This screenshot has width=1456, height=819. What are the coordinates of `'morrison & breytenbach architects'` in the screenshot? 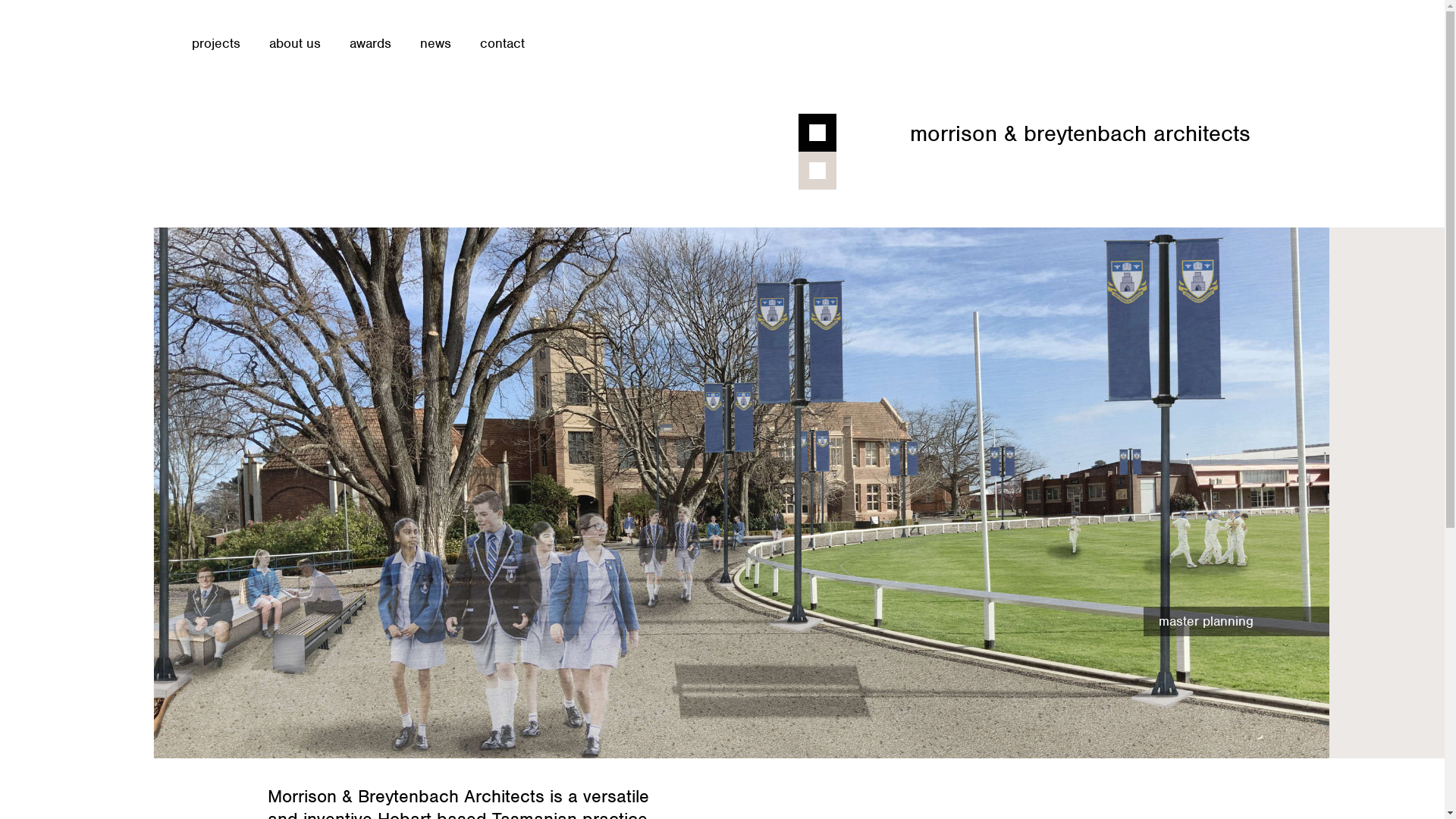 It's located at (1079, 133).